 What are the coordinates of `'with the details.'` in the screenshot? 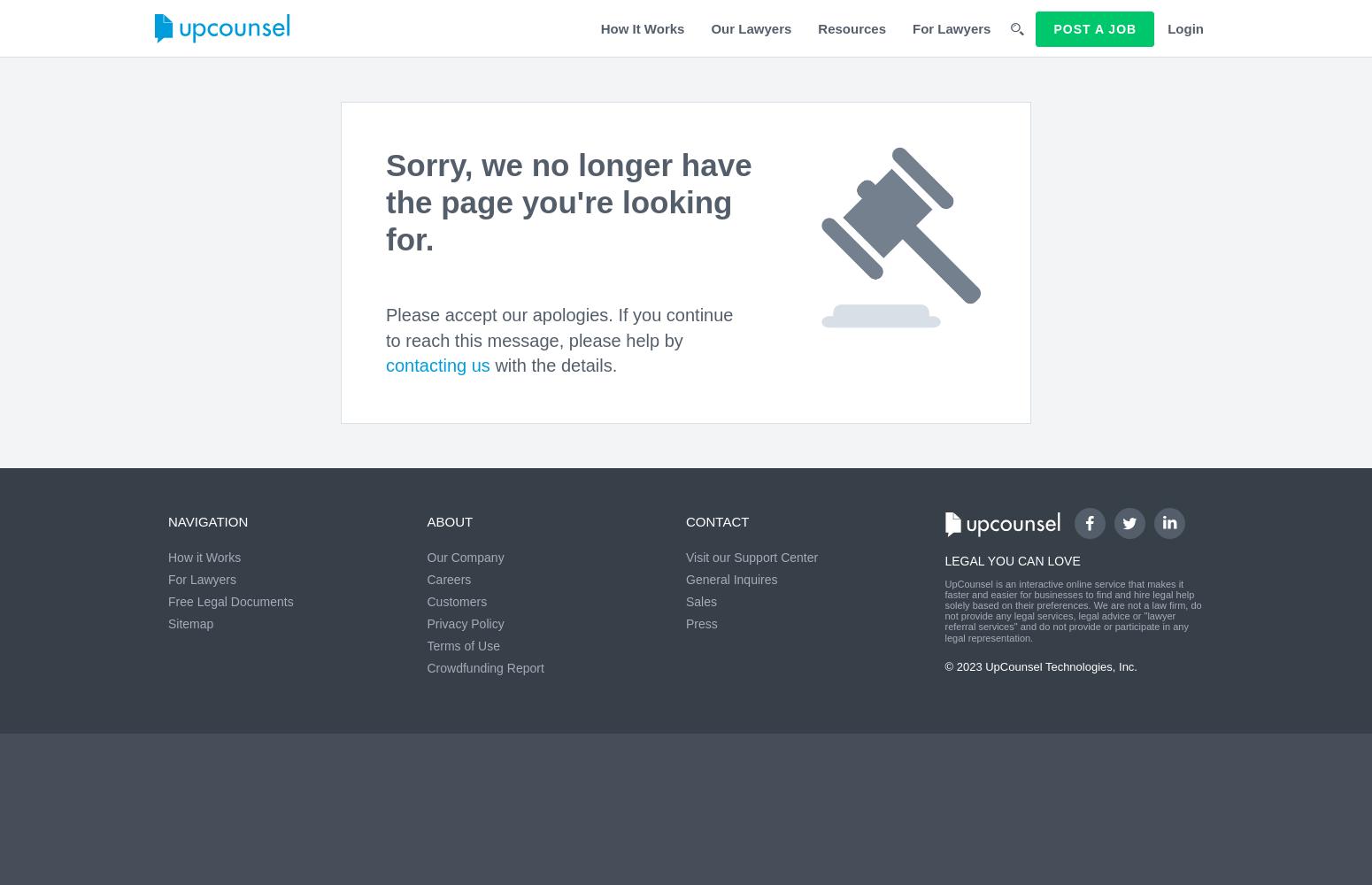 It's located at (551, 366).